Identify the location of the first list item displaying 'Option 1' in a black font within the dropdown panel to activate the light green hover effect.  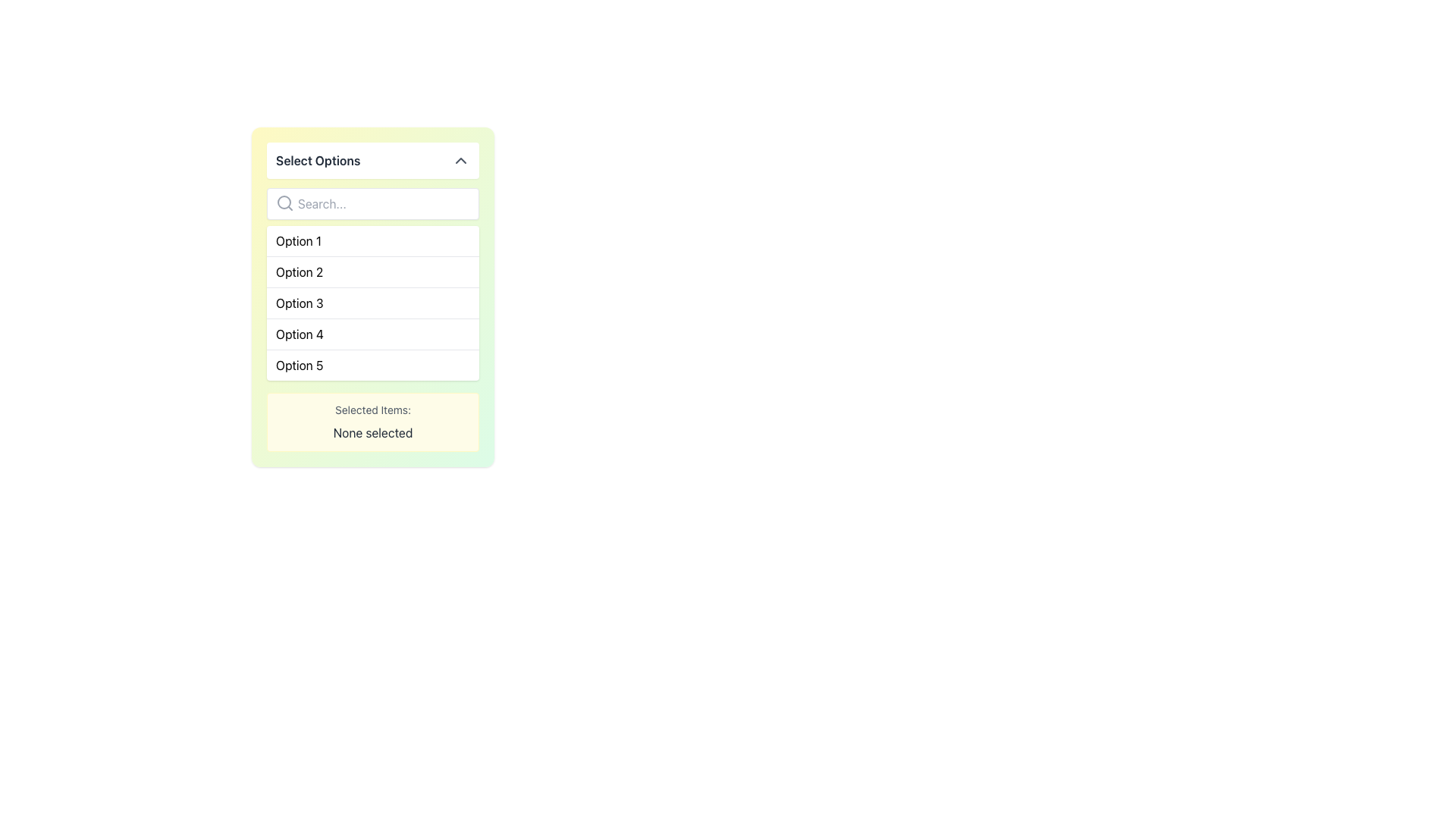
(298, 240).